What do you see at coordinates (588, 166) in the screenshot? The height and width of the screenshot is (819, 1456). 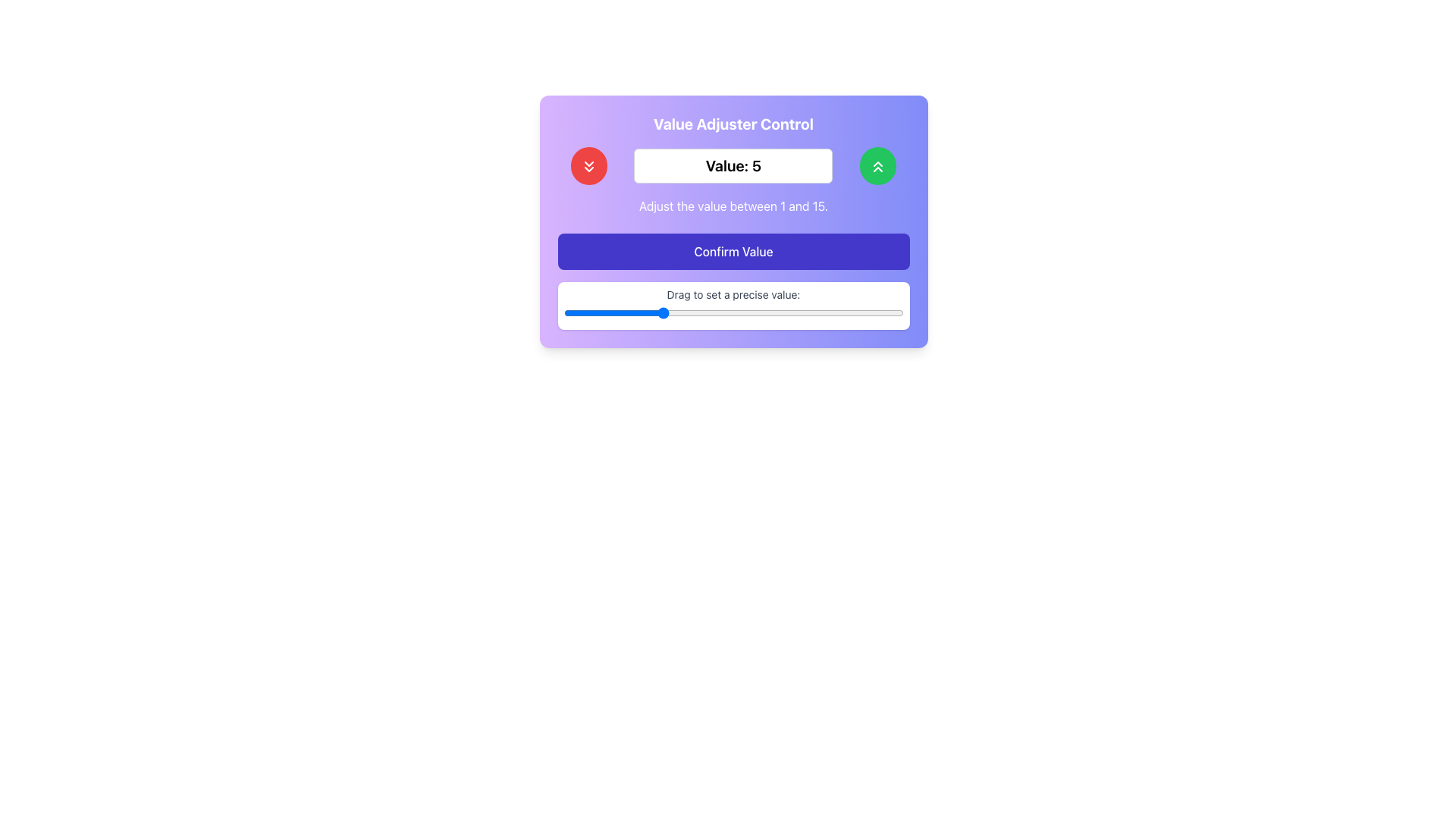 I see `the double-chevron downward icon rendered in white, located within a red circular button on the left-hand side of the value adjustment interface` at bounding box center [588, 166].